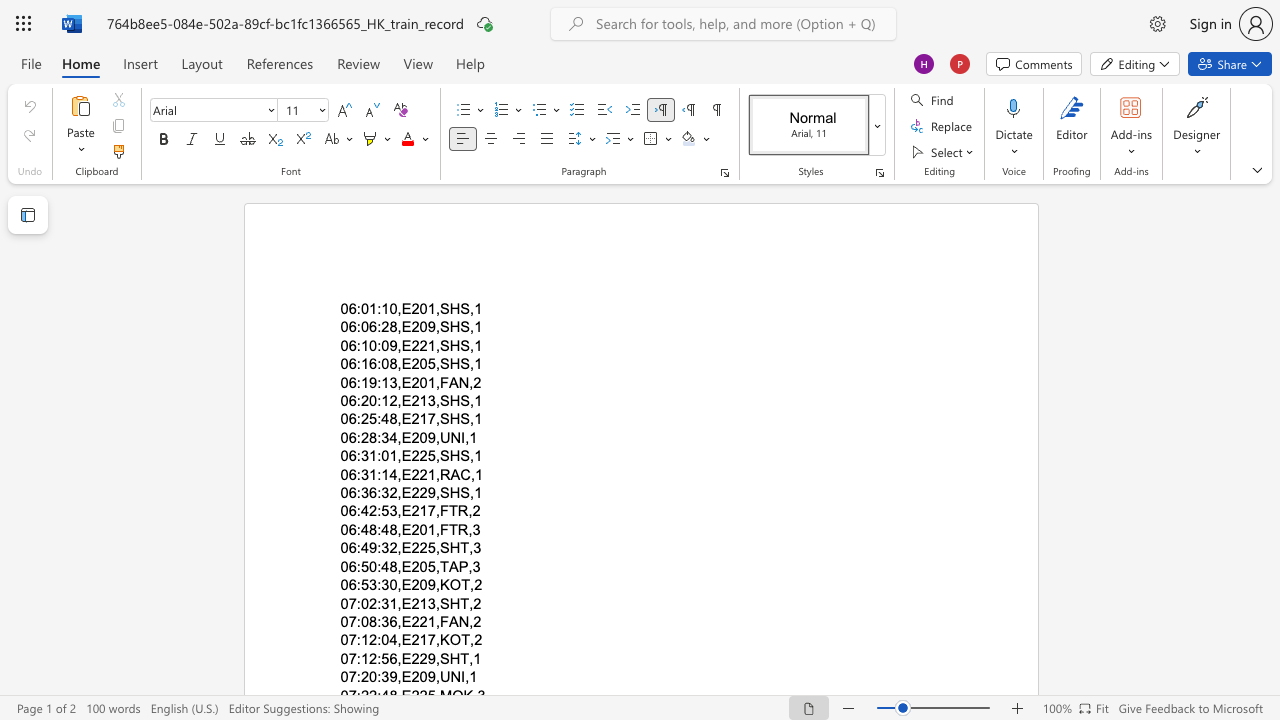 The width and height of the screenshot is (1280, 720). What do you see at coordinates (377, 456) in the screenshot?
I see `the subset text ":01,E" within the text "06:31:01,E225,SHS,1"` at bounding box center [377, 456].